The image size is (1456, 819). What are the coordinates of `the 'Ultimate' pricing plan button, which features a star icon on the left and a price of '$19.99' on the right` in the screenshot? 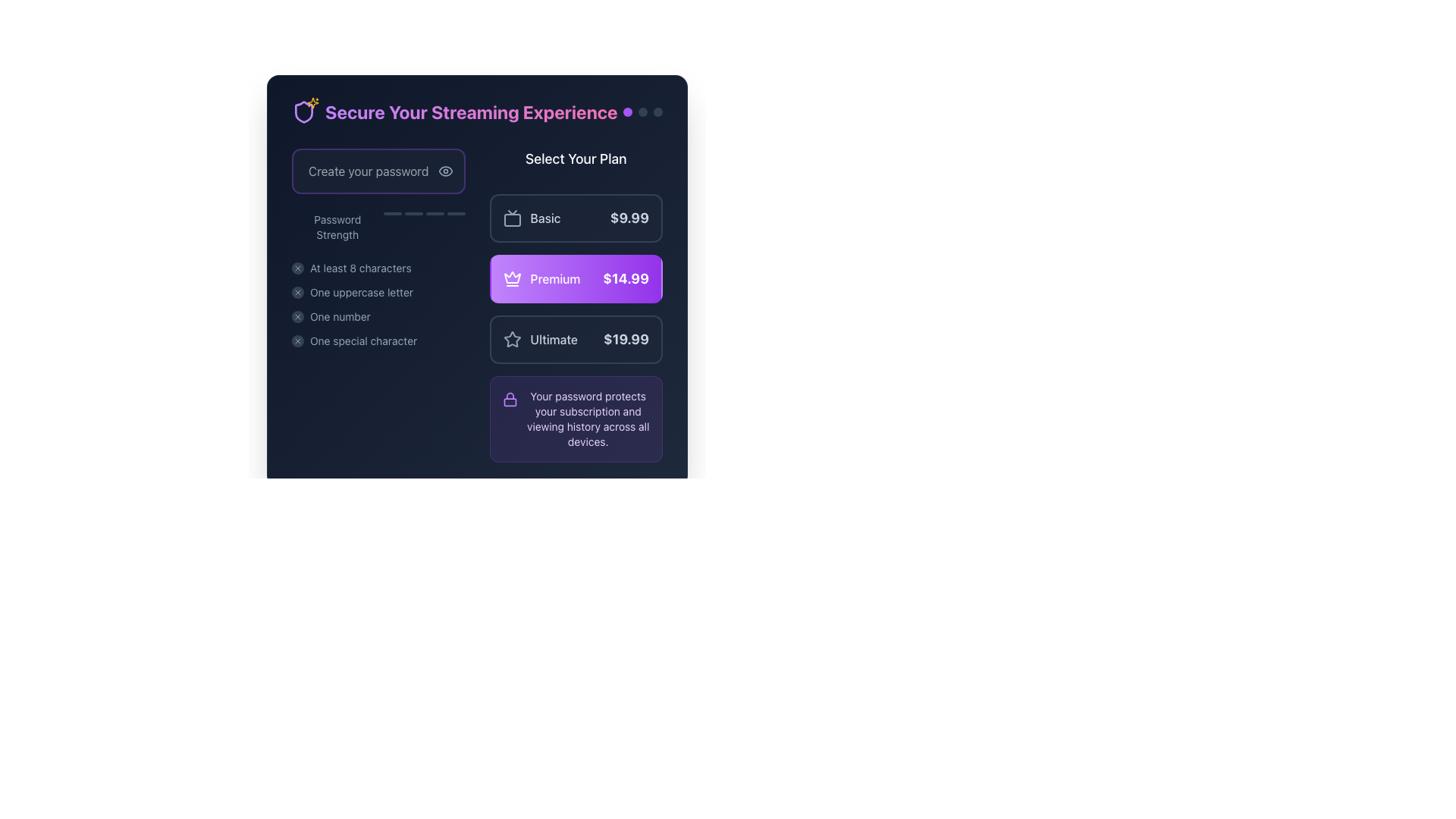 It's located at (575, 338).